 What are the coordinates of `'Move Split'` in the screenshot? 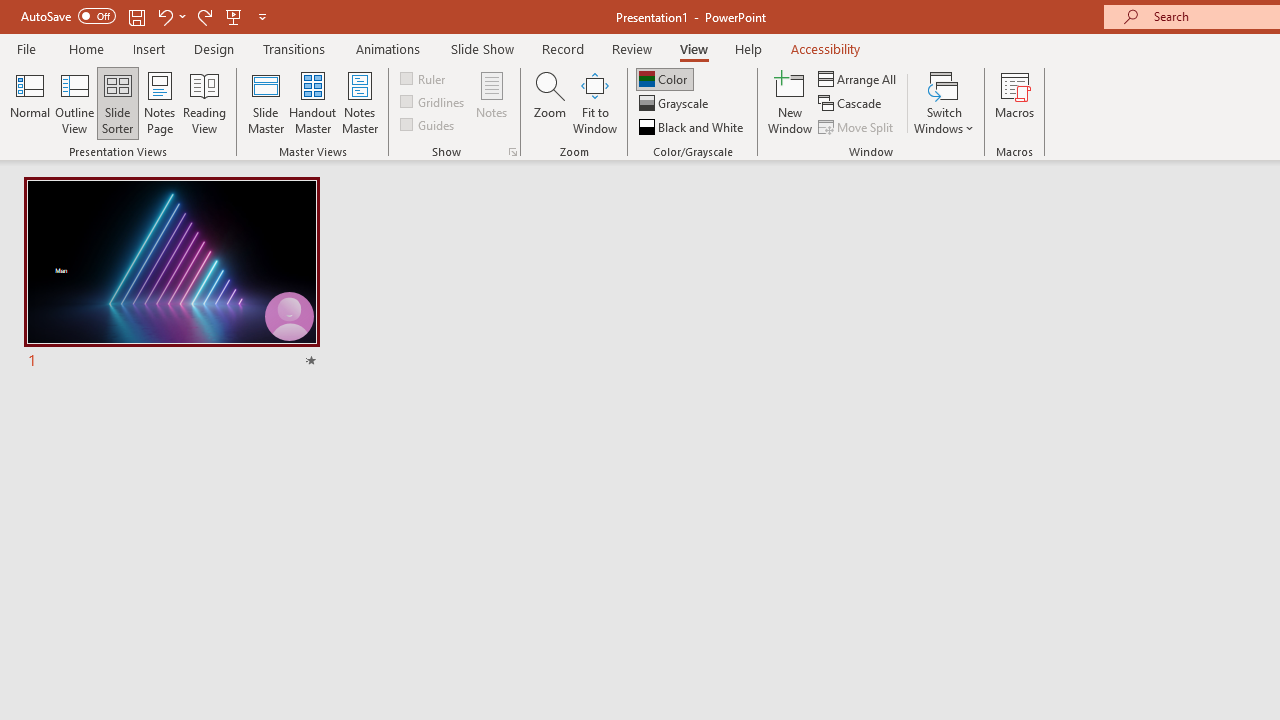 It's located at (857, 127).